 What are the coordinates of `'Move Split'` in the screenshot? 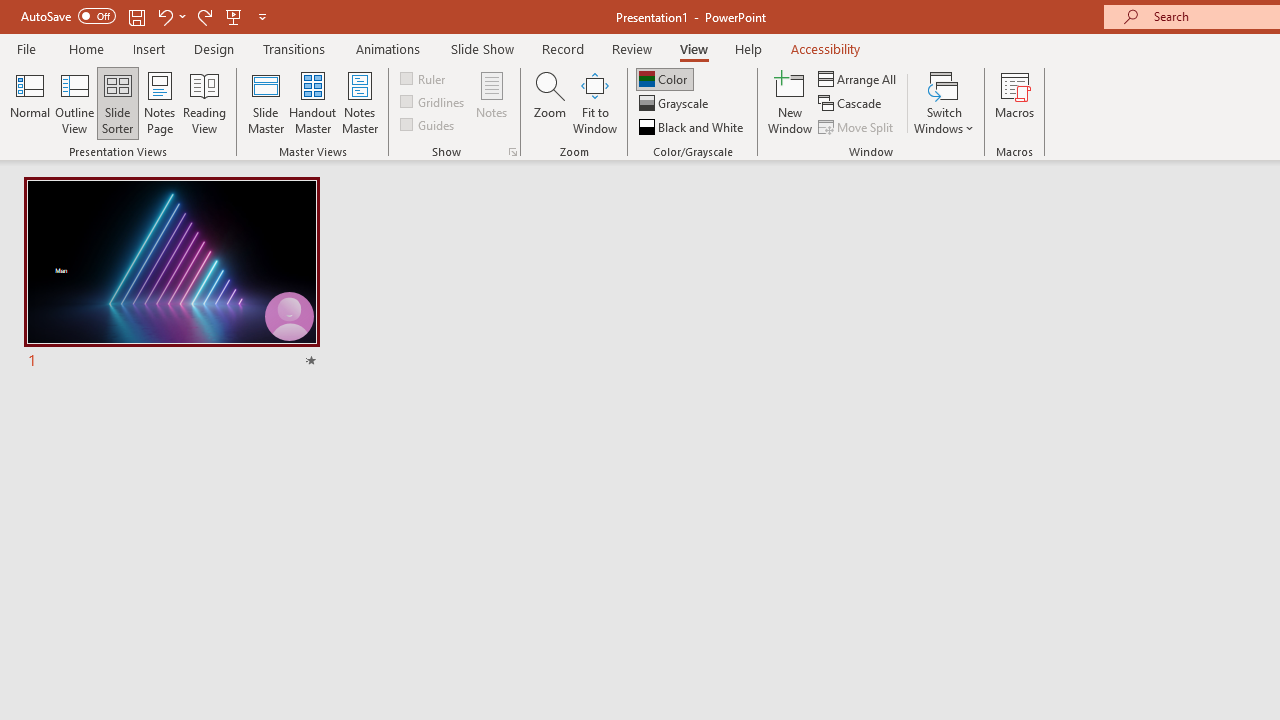 It's located at (857, 127).